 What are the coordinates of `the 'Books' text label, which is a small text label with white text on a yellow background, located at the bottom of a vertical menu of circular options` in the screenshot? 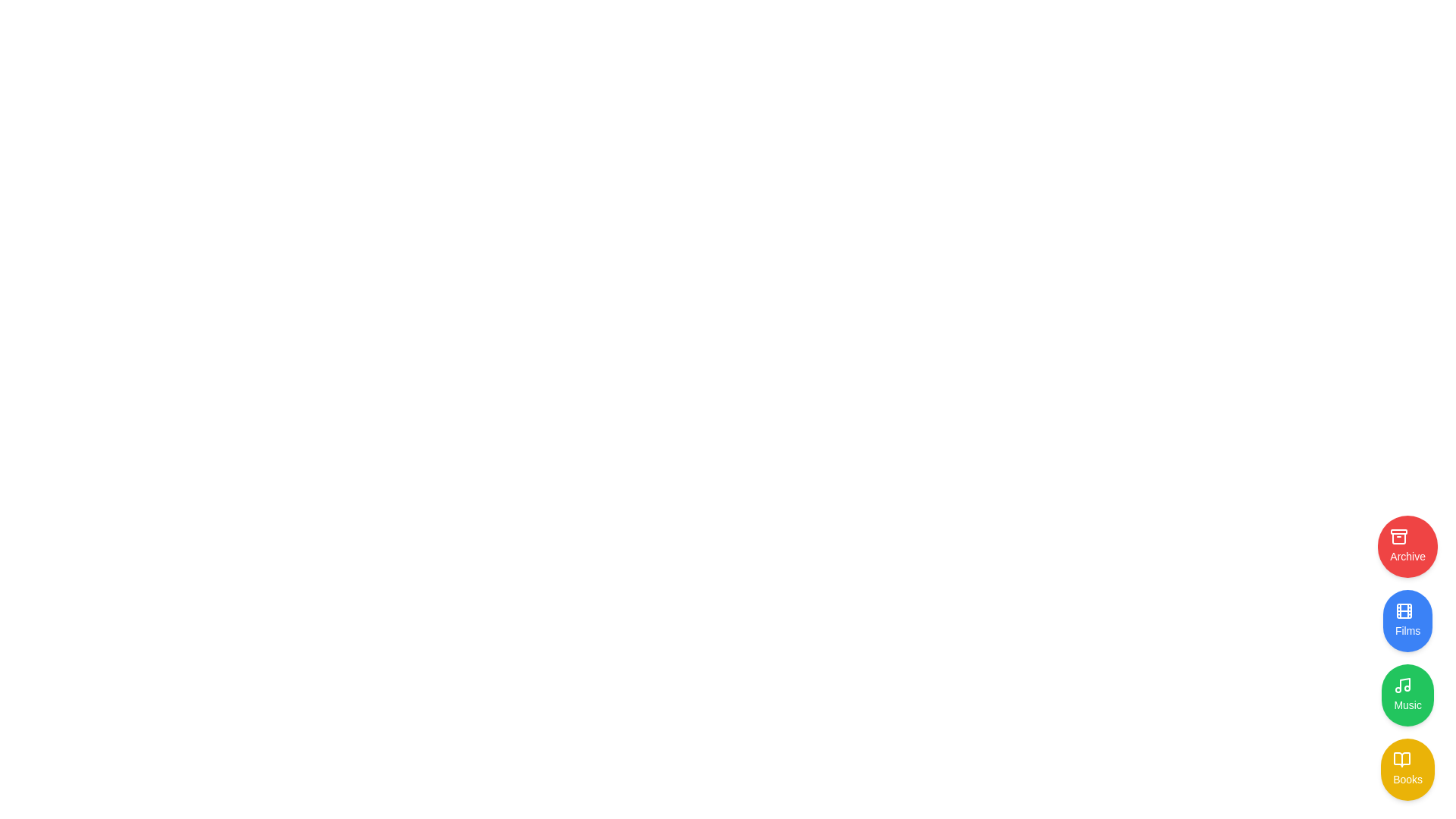 It's located at (1407, 780).